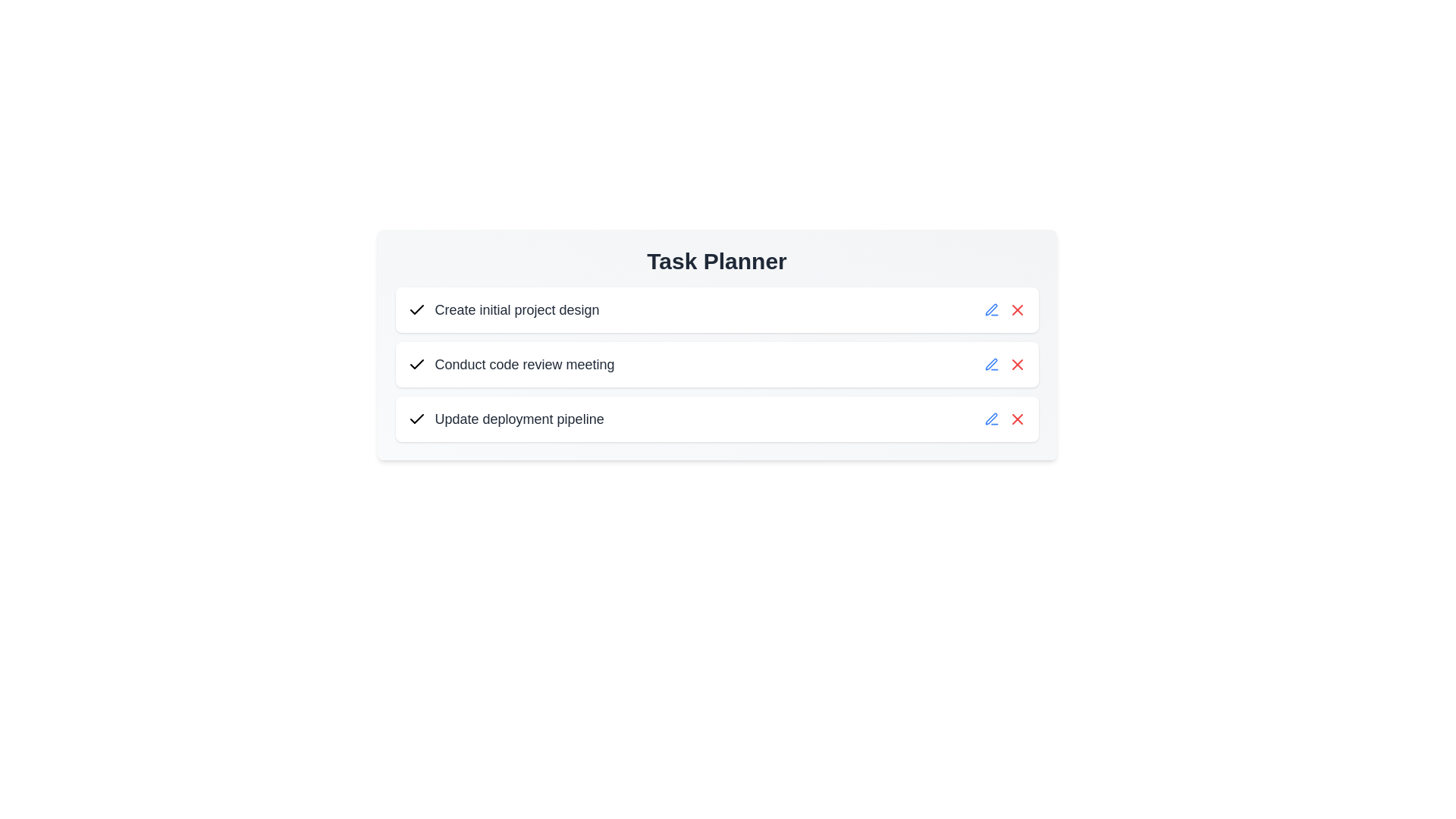  I want to click on the text label that describes the third task in the task list under the 'Task Planner' heading to read its details, so click(519, 419).